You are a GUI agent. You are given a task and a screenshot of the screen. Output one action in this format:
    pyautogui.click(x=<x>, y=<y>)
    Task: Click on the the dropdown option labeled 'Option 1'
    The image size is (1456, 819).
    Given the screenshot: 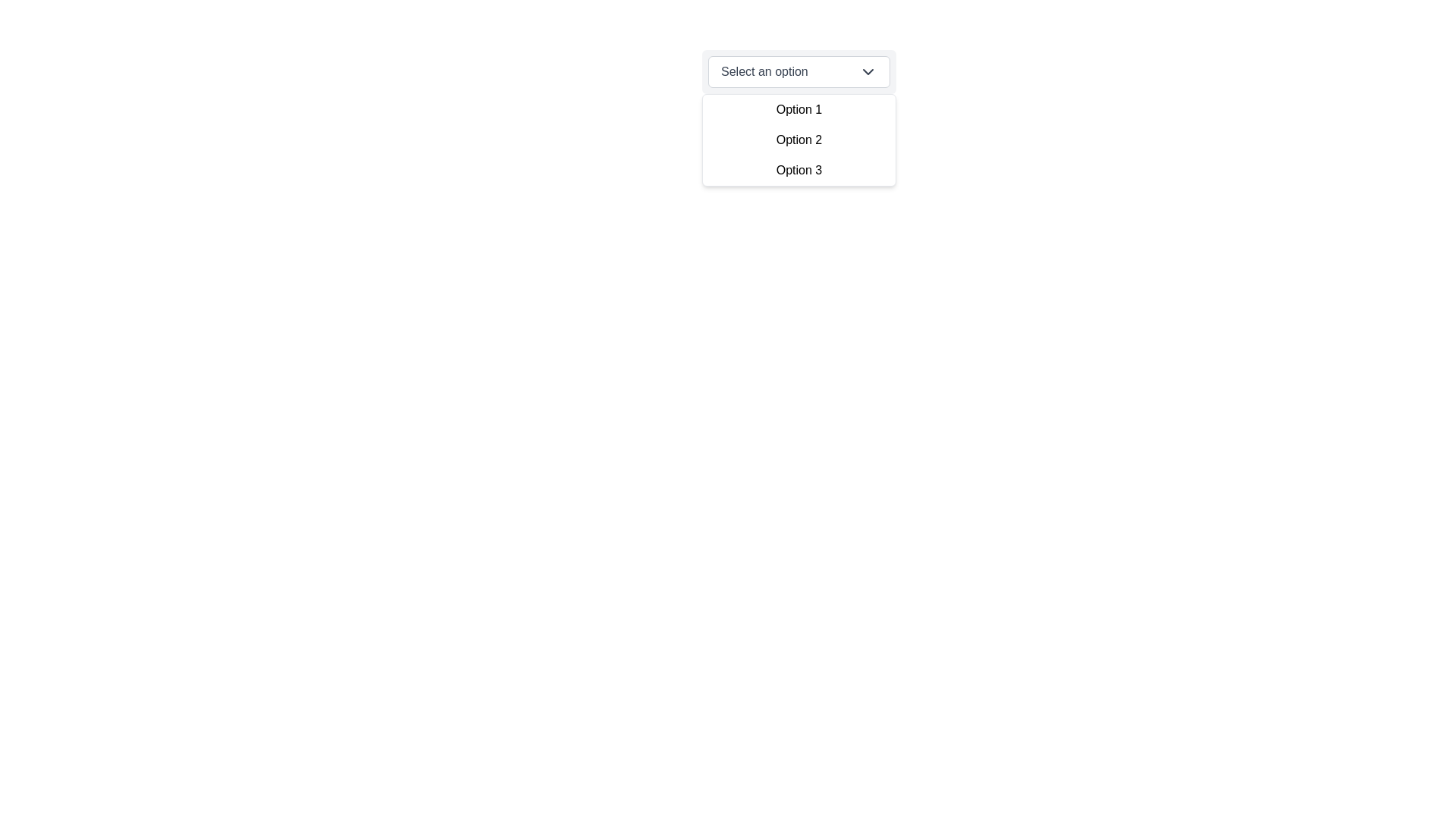 What is the action you would take?
    pyautogui.click(x=799, y=109)
    